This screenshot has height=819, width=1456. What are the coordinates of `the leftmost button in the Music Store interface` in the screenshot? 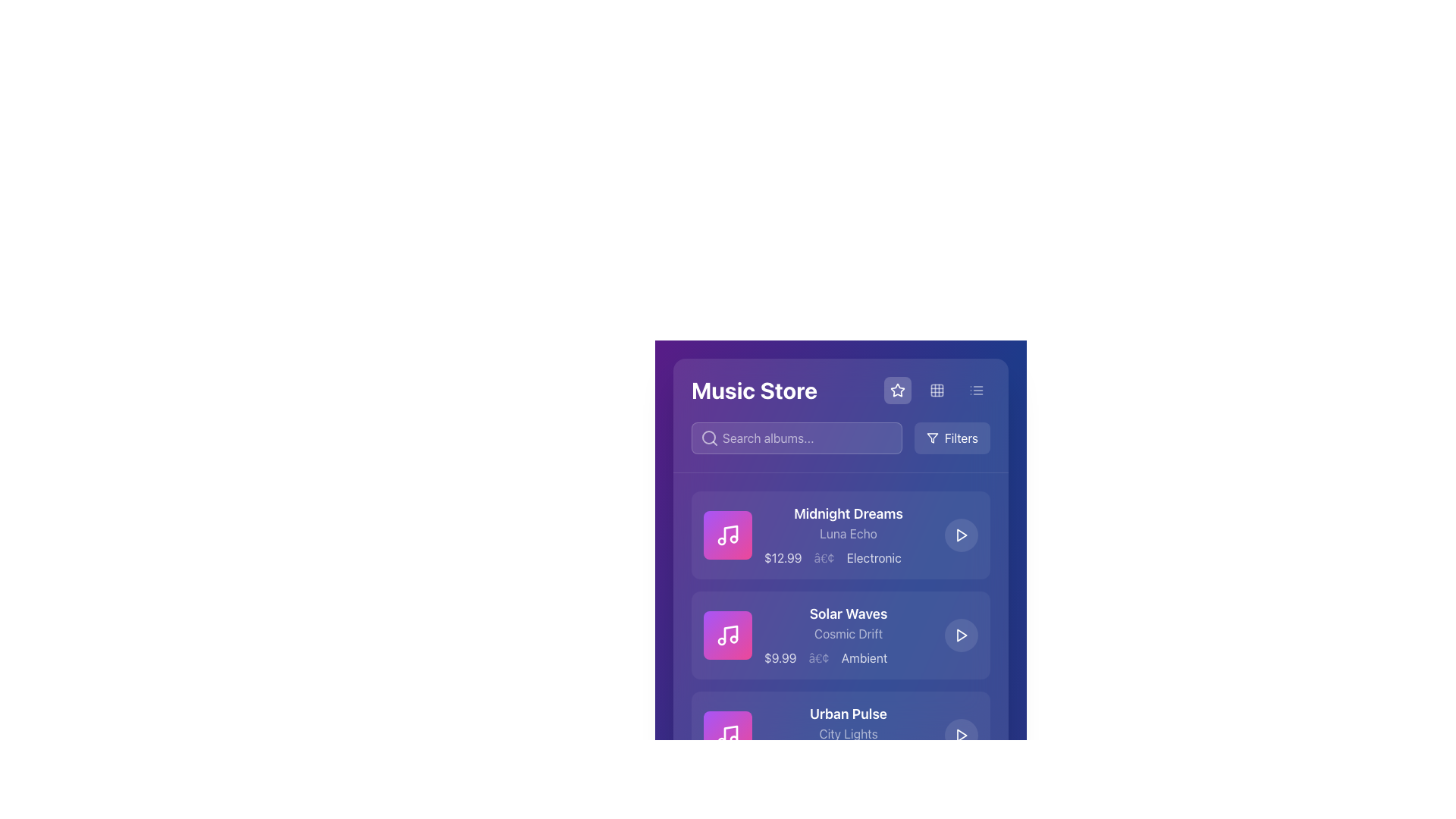 It's located at (898, 390).